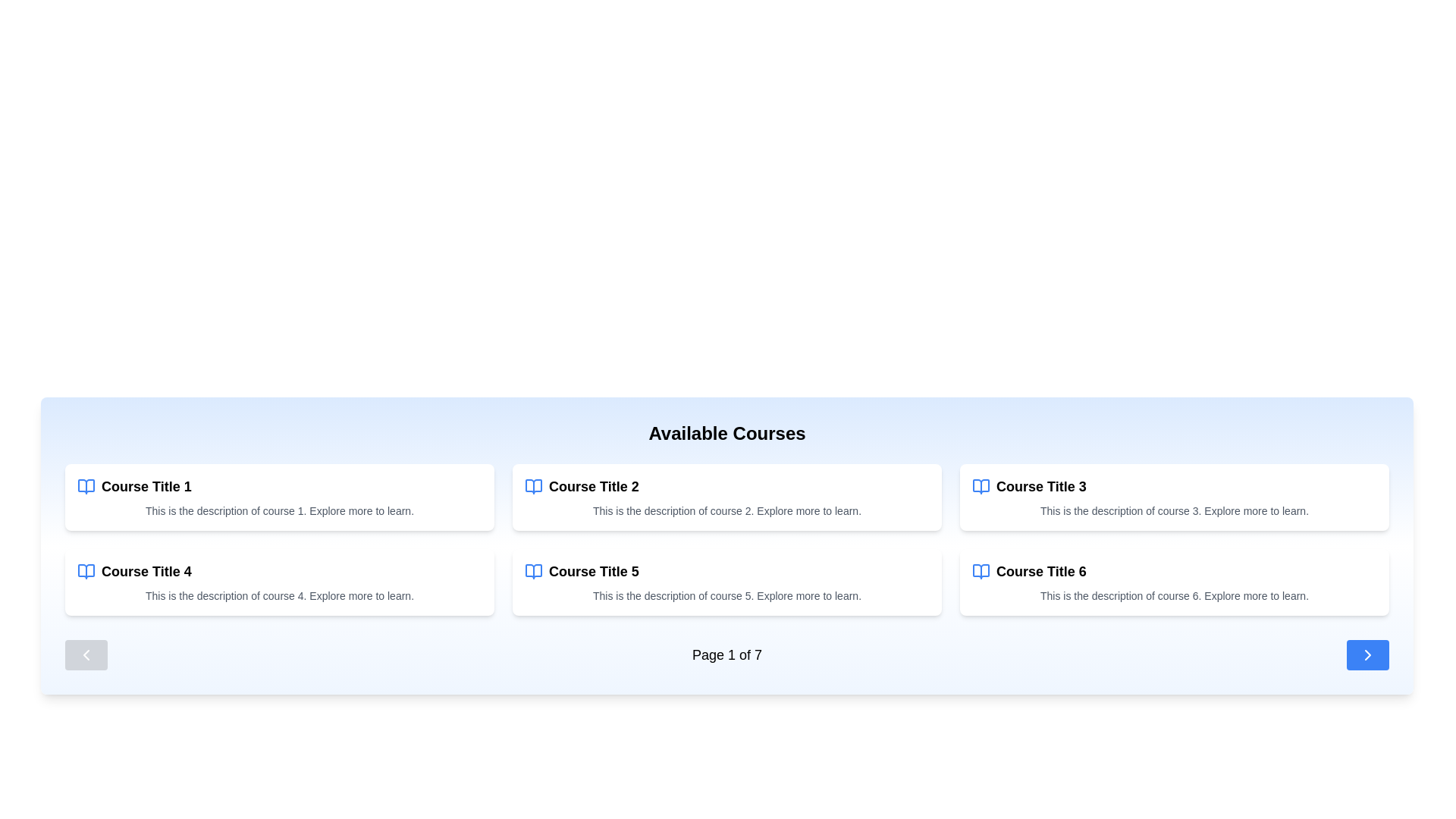 The width and height of the screenshot is (1456, 819). What do you see at coordinates (534, 571) in the screenshot?
I see `the icon representing the course 'Course Title 5', located at the first position of the third card from the left in the grid layout` at bounding box center [534, 571].